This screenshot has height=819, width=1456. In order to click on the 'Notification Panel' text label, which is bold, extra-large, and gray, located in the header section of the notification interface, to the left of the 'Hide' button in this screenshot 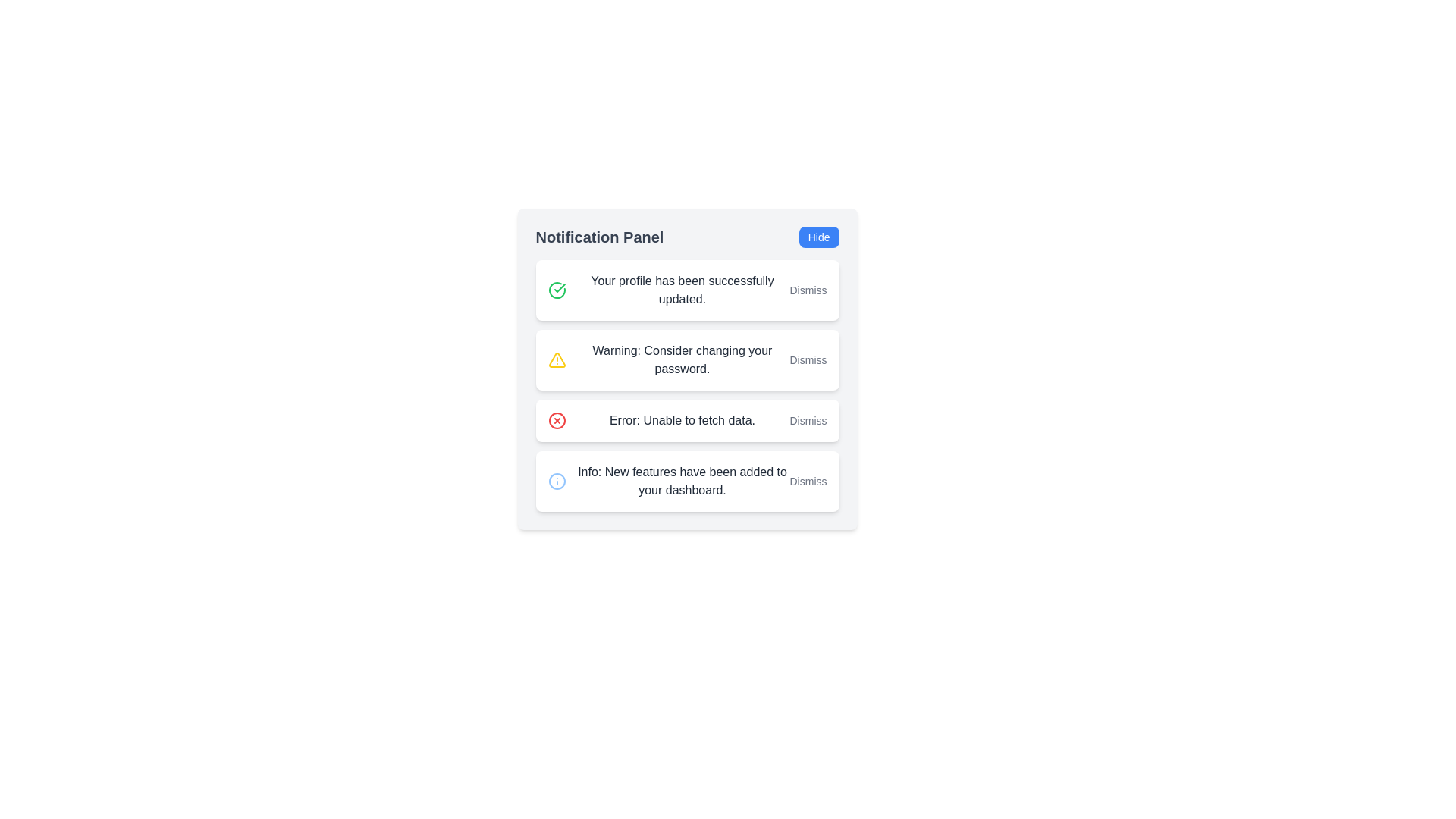, I will do `click(599, 237)`.